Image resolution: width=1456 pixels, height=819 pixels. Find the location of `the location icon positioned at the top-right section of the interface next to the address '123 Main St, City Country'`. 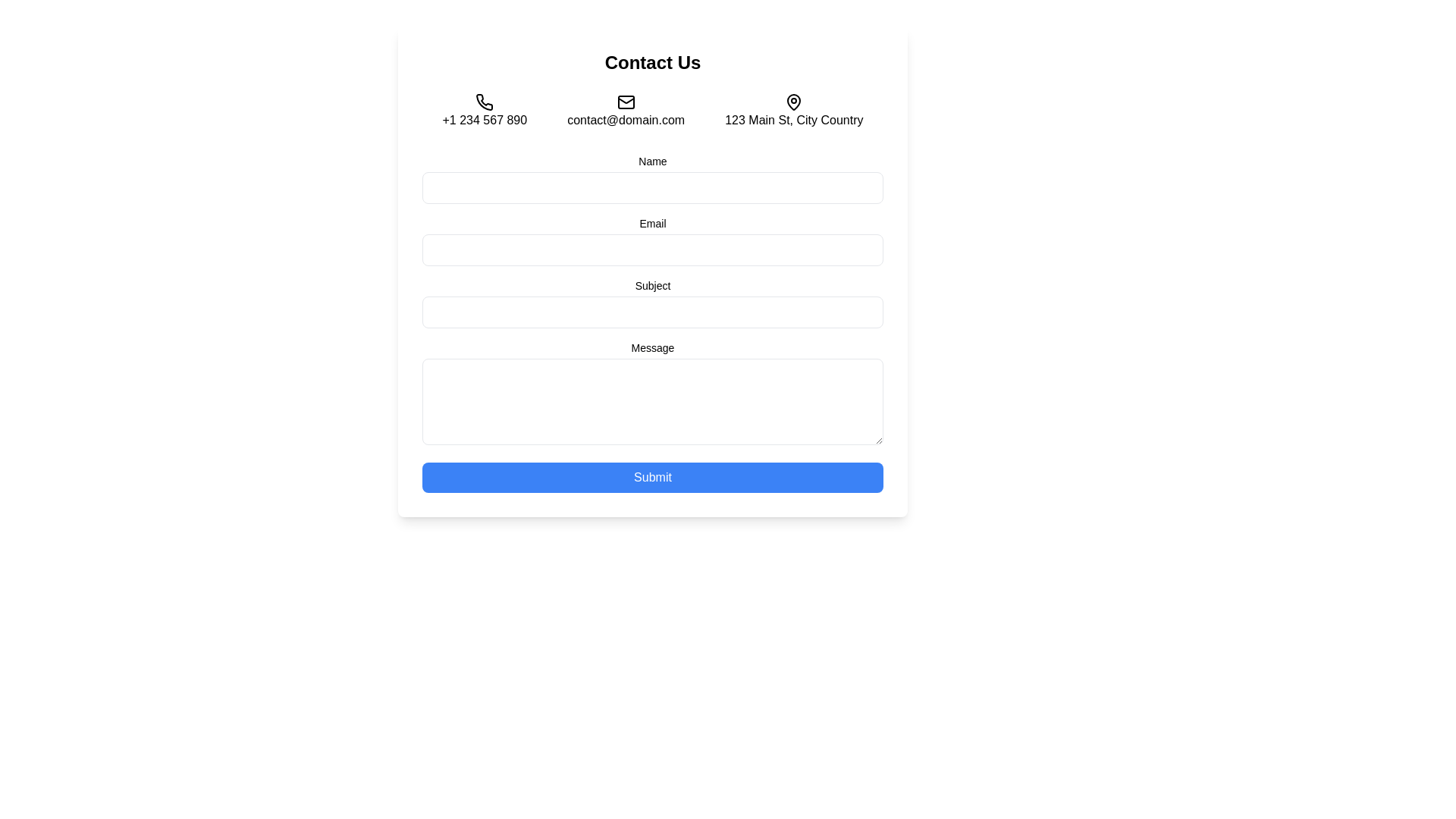

the location icon positioned at the top-right section of the interface next to the address '123 Main St, City Country' is located at coordinates (793, 102).